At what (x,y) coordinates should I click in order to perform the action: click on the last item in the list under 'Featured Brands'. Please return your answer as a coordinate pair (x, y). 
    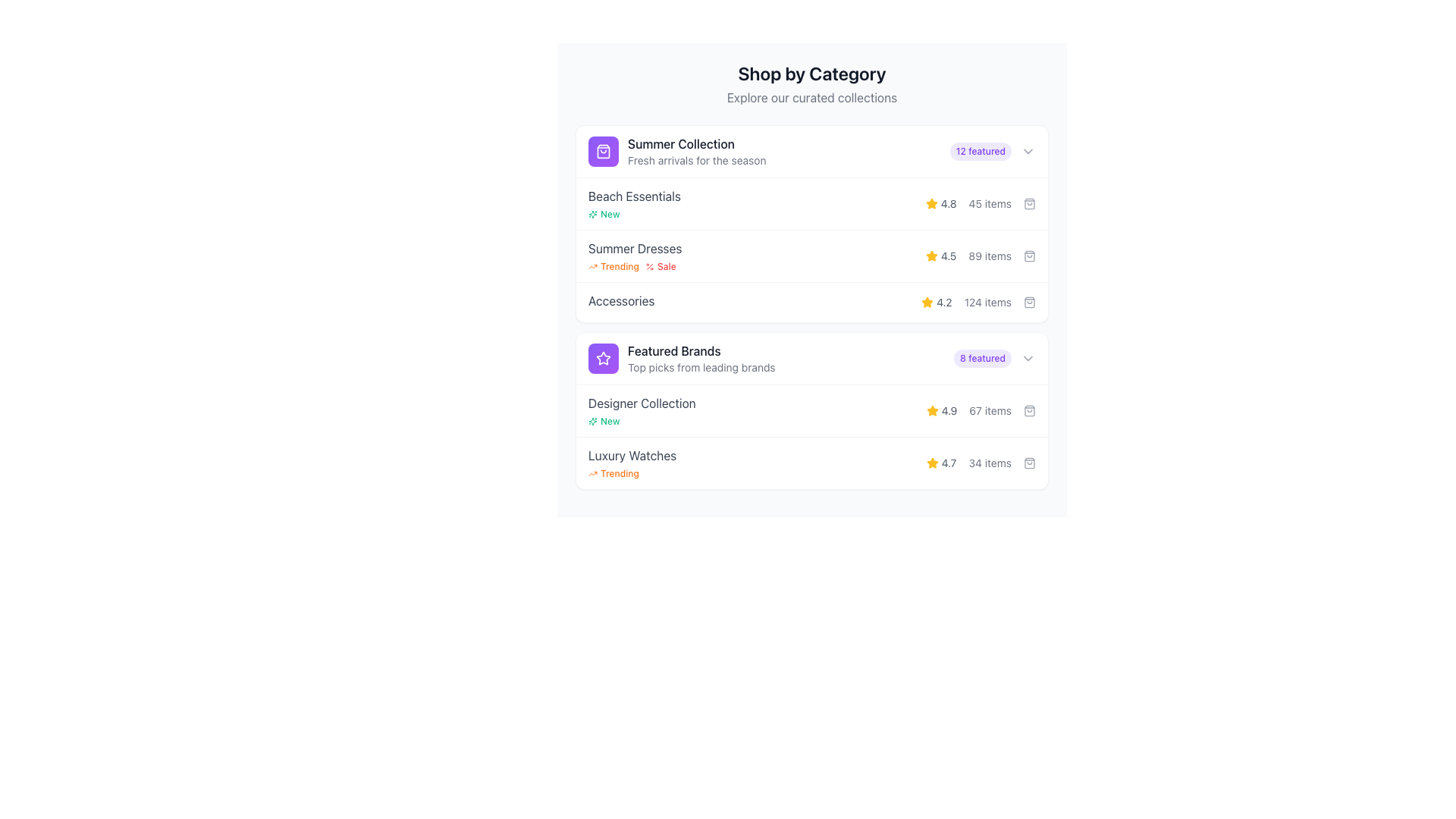
    Looking at the image, I should click on (811, 462).